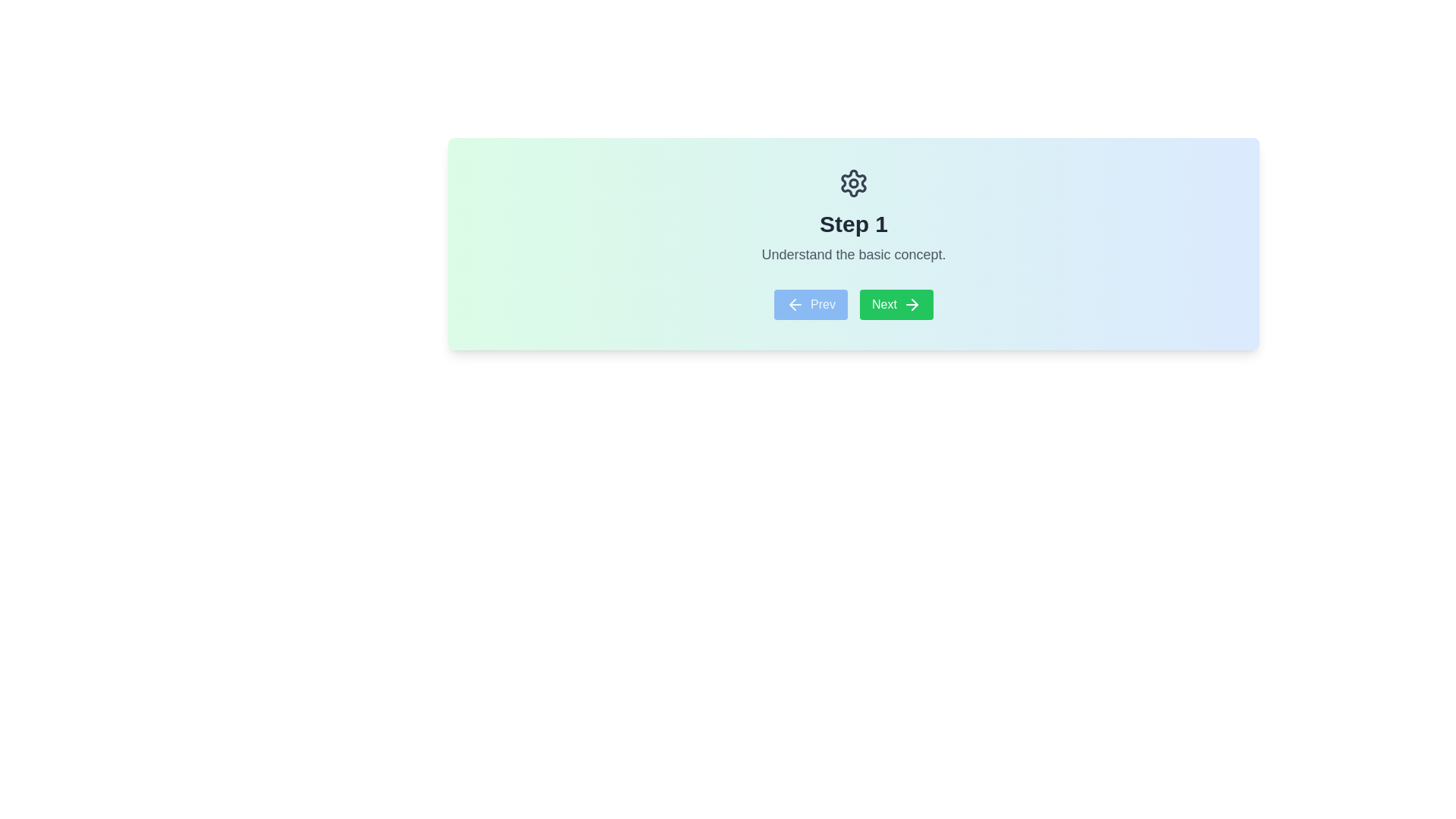 The image size is (1456, 819). What do you see at coordinates (854, 253) in the screenshot?
I see `the text block displaying 'Understand the basic concept.' which is styled in light gray and located below the 'Step 1' header` at bounding box center [854, 253].